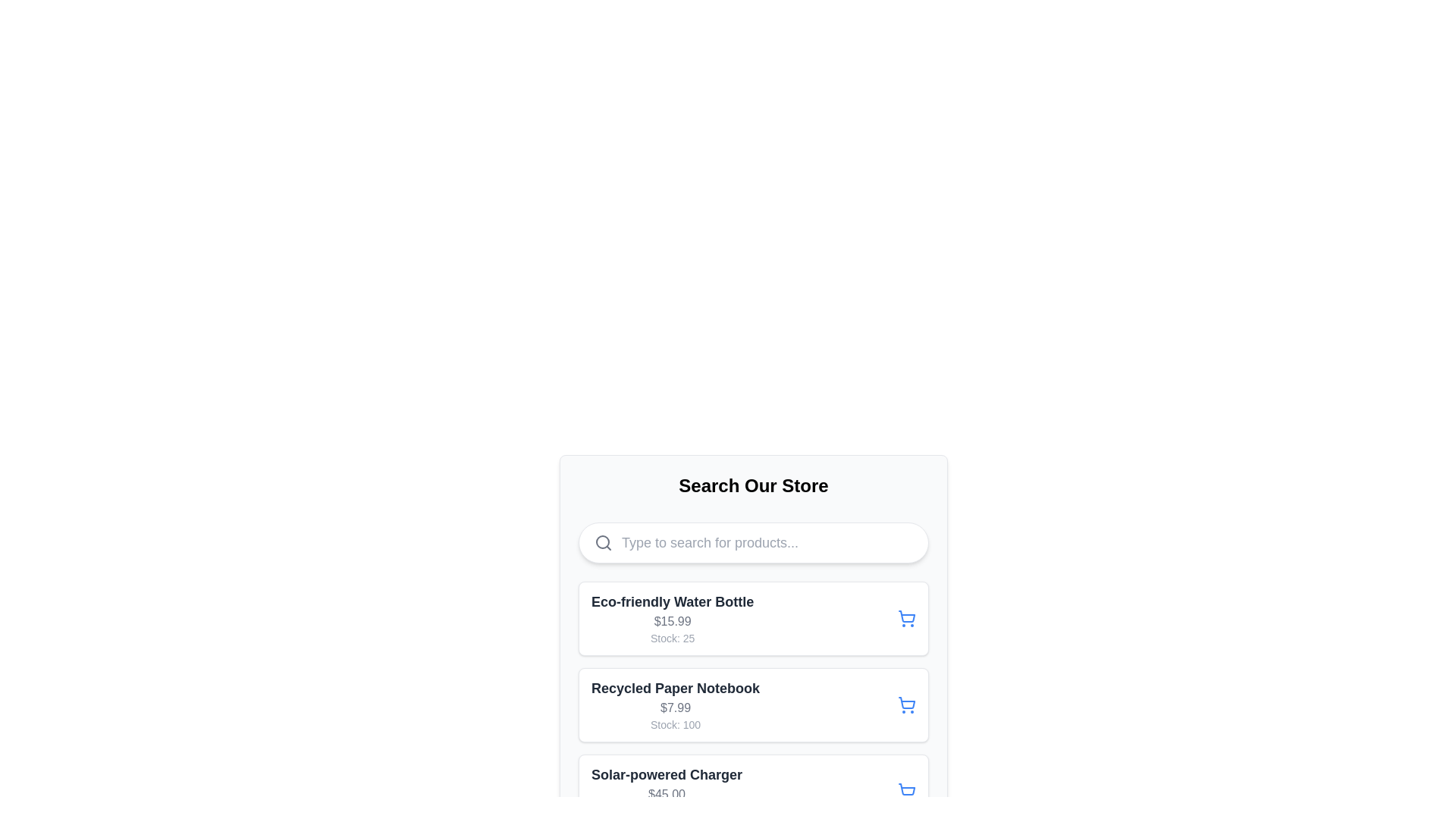 This screenshot has height=819, width=1456. Describe the element at coordinates (672, 622) in the screenshot. I see `the static text label displaying the price of the 'Eco-friendly Water Bottle', which is located directly below the product title` at that location.